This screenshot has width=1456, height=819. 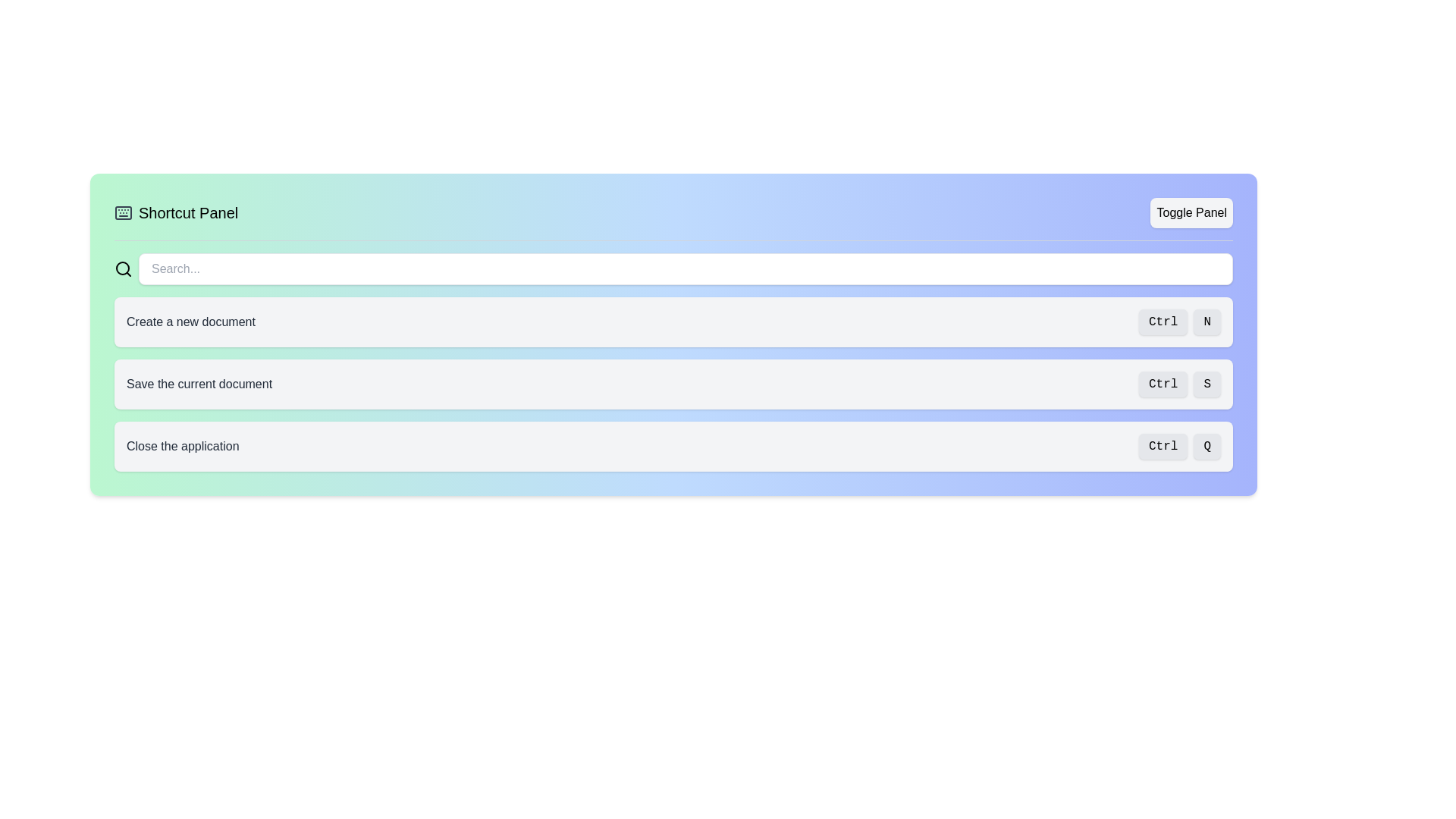 What do you see at coordinates (673, 383) in the screenshot?
I see `the informational panel displaying 'Save the current document' with shortcut keys 'Ctrl' and 'S' in the shortcut listing interface` at bounding box center [673, 383].